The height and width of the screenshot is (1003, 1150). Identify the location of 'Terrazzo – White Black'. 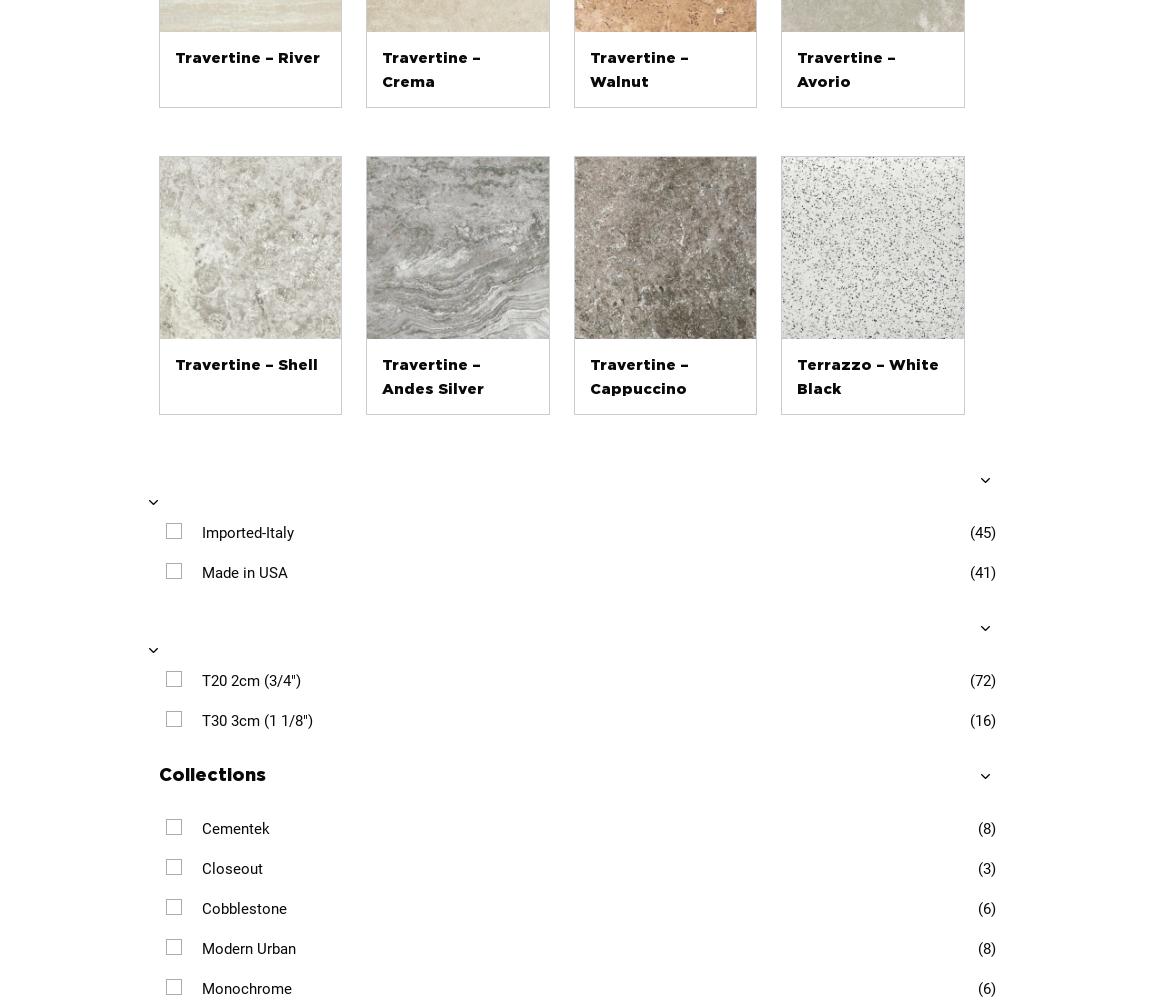
(868, 375).